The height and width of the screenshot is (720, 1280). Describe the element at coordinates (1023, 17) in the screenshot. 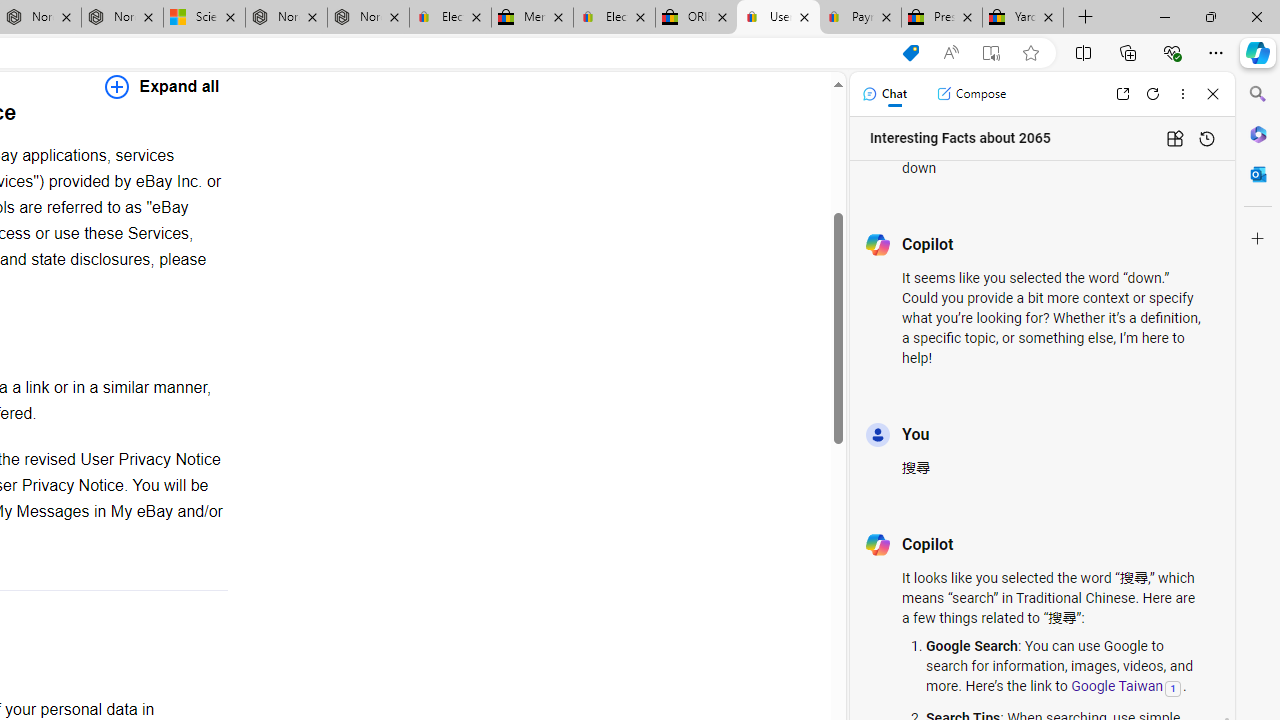

I see `'Yard, Garden & Outdoor Living'` at that location.